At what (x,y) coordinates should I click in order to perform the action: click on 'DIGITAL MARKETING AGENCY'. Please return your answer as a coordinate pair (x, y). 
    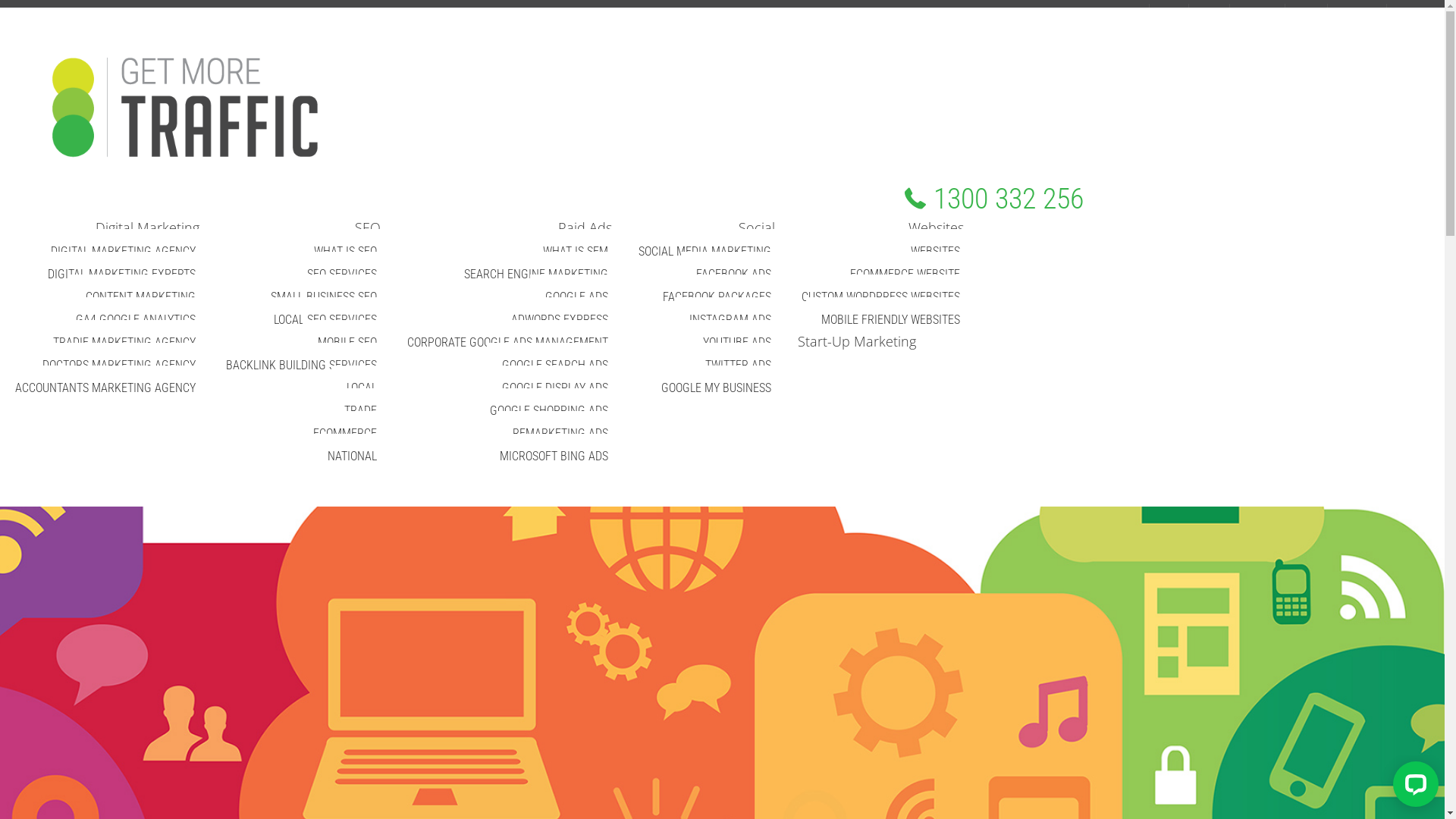
    Looking at the image, I should click on (123, 250).